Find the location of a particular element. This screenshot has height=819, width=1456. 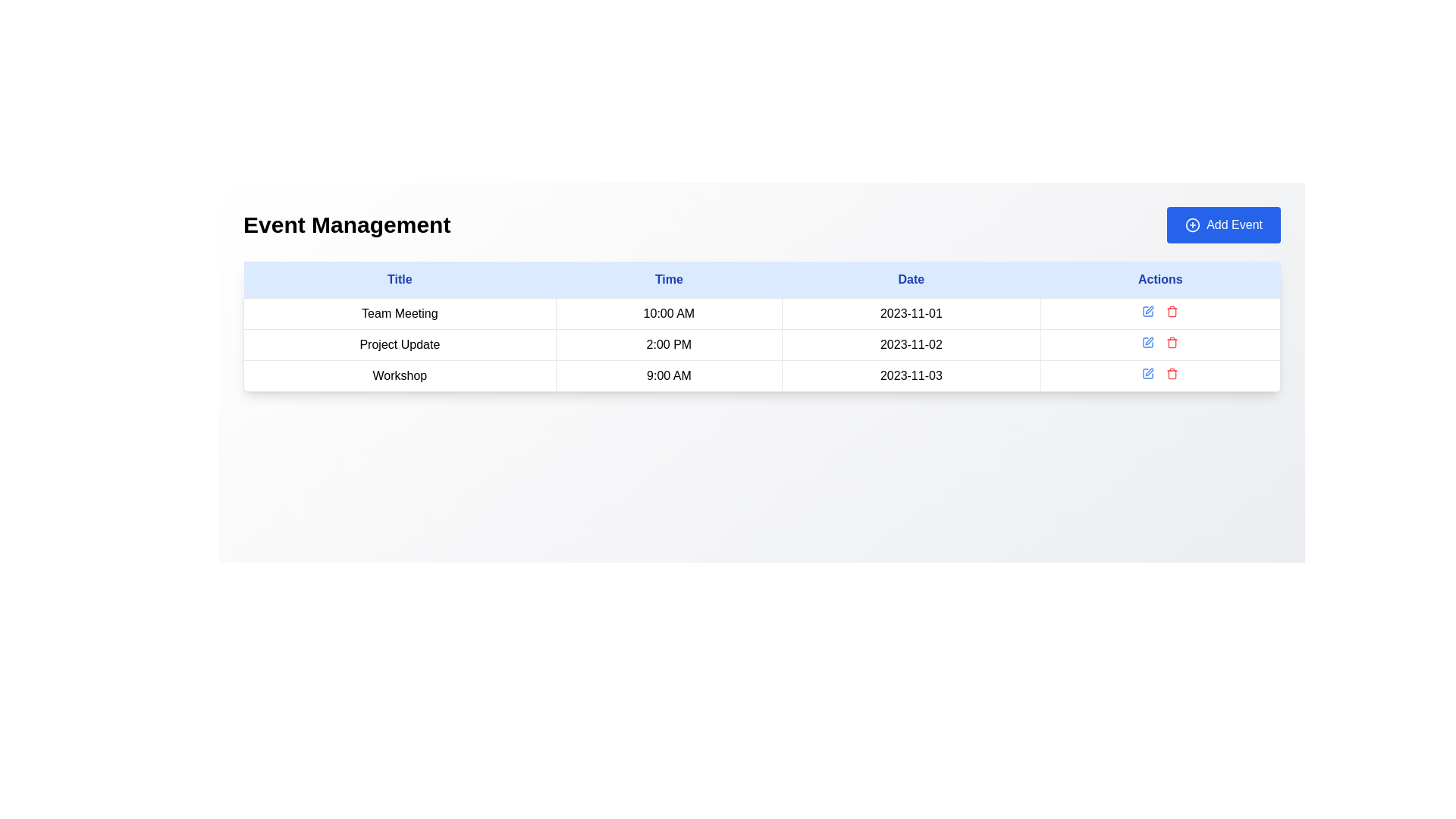

the 'Workshop' text label, which is displayed in bold black font in the leftmost column of the third row in a table is located at coordinates (400, 375).